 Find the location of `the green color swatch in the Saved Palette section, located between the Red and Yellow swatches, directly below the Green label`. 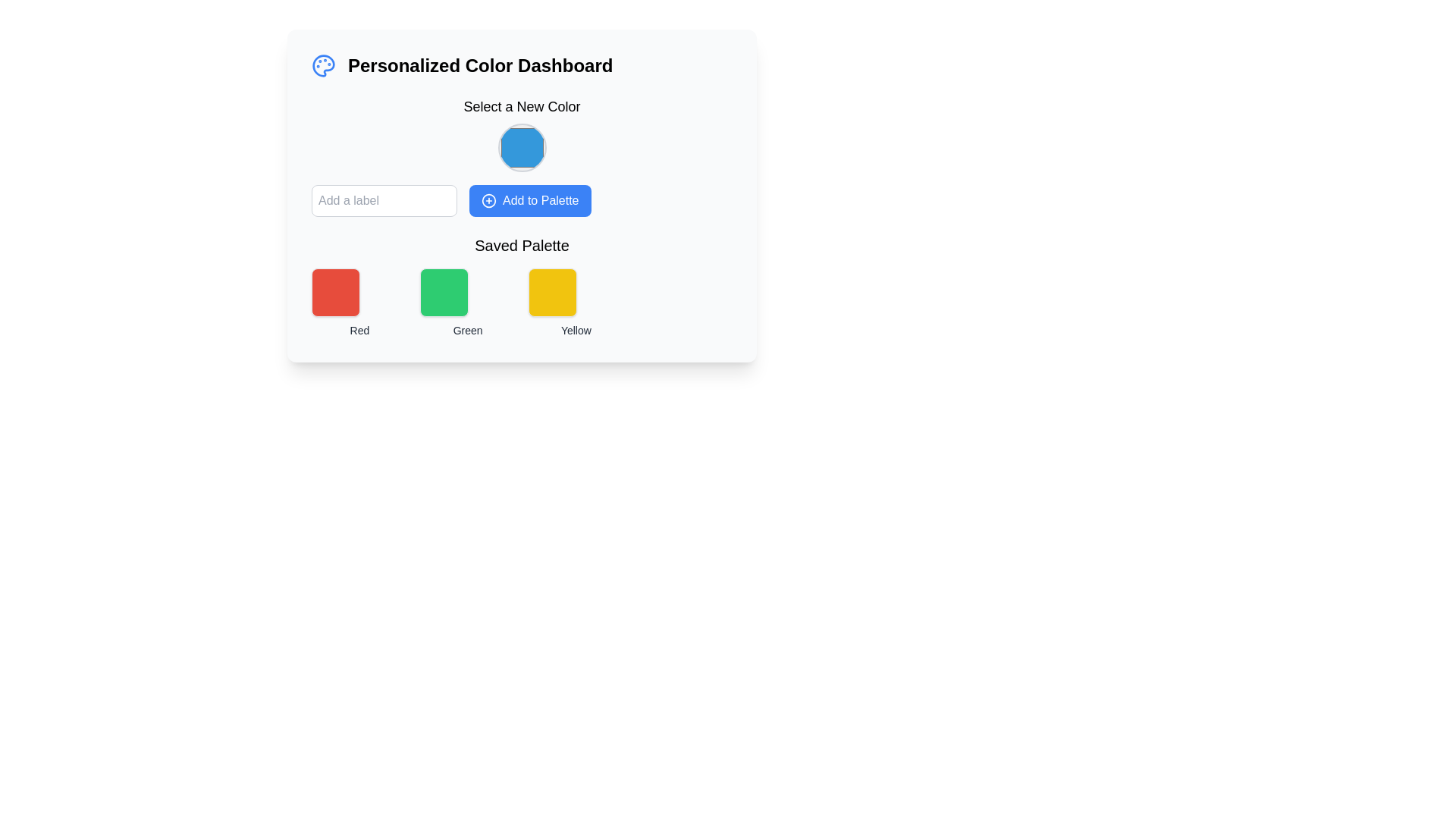

the green color swatch in the Saved Palette section, located between the Red and Yellow swatches, directly below the Green label is located at coordinates (443, 292).